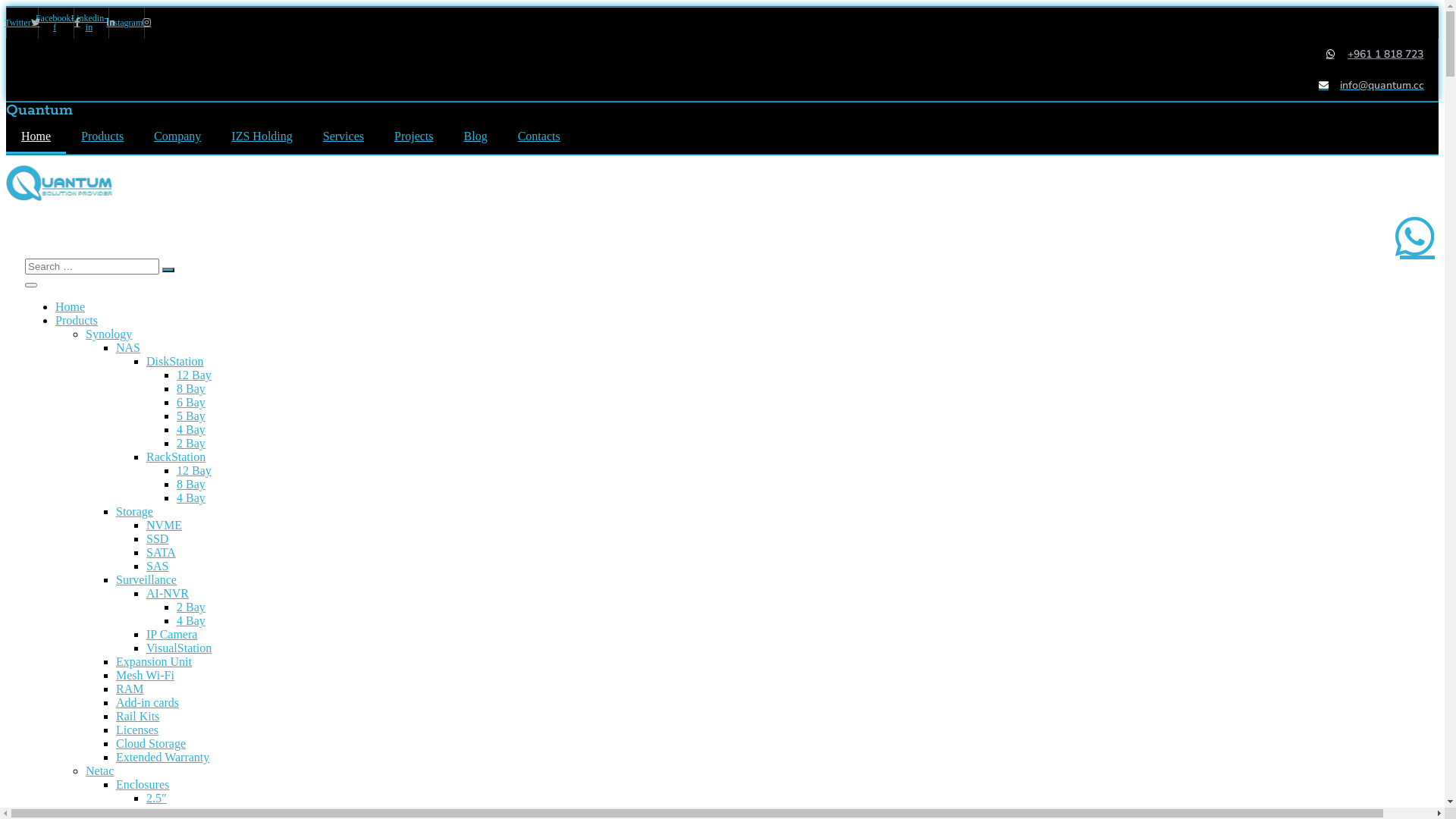 The width and height of the screenshot is (1456, 819). I want to click on 'Mesh Wi-Fi', so click(145, 674).